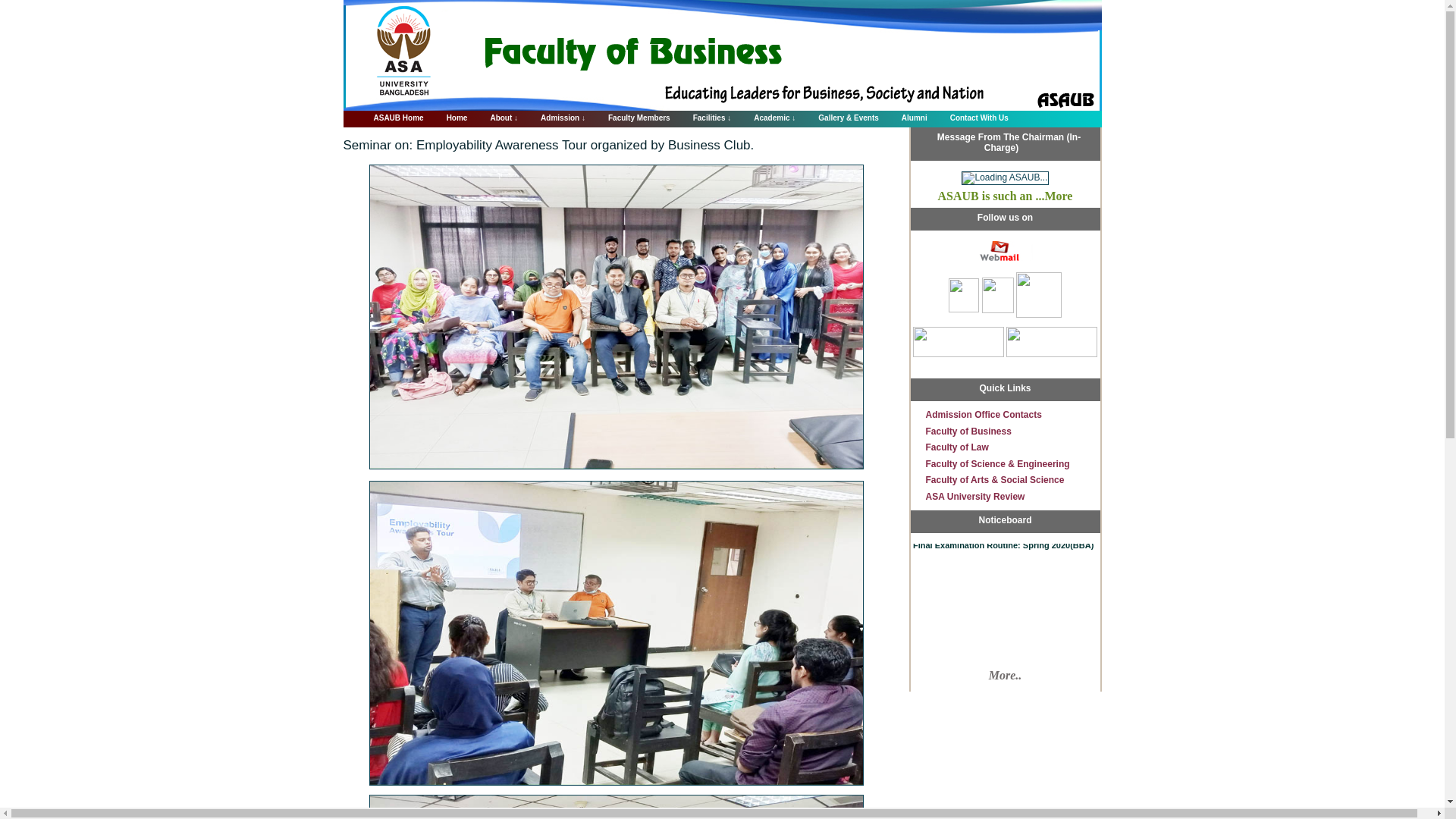 This screenshot has height=819, width=1456. Describe the element at coordinates (632, 115) in the screenshot. I see `'Faculty Members'` at that location.